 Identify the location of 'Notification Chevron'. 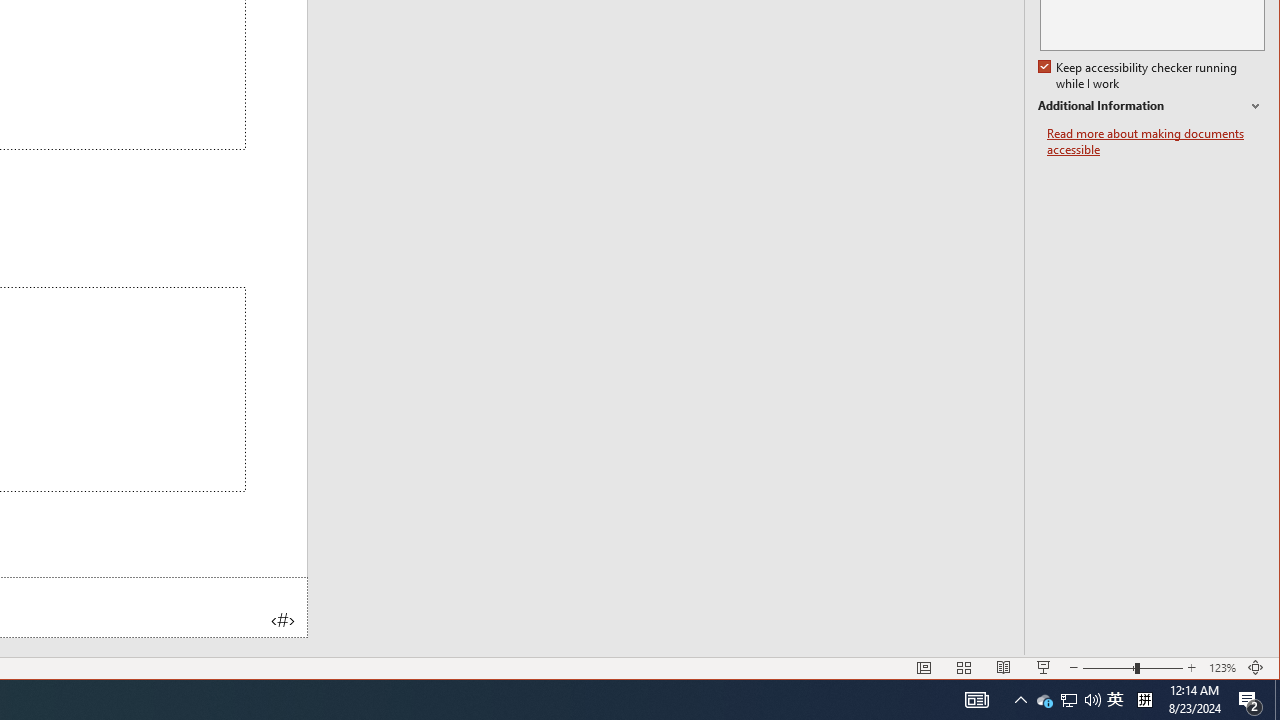
(1020, 698).